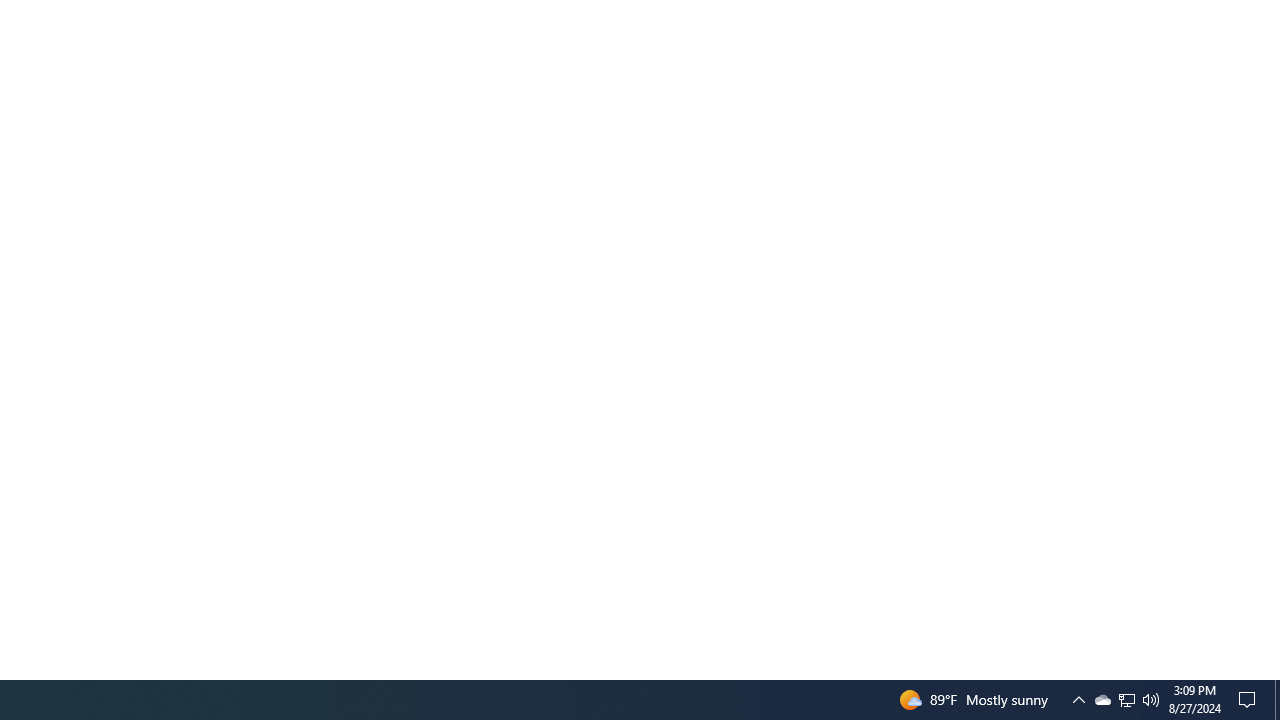 The height and width of the screenshot is (720, 1280). Describe the element at coordinates (1250, 698) in the screenshot. I see `'Show desktop'` at that location.